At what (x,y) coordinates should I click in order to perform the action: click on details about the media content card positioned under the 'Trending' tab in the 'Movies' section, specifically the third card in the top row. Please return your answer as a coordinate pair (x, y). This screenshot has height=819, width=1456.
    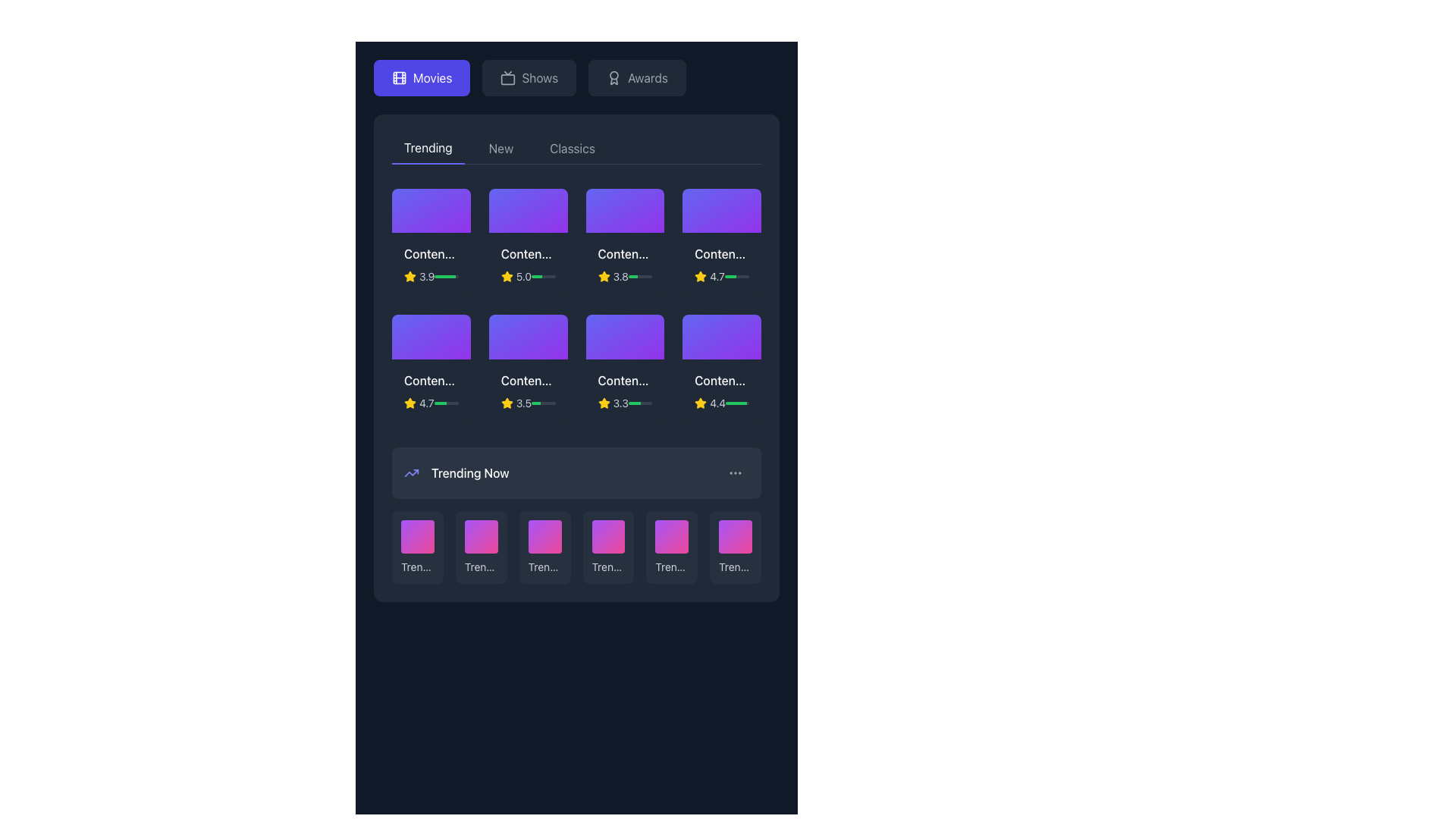
    Looking at the image, I should click on (625, 242).